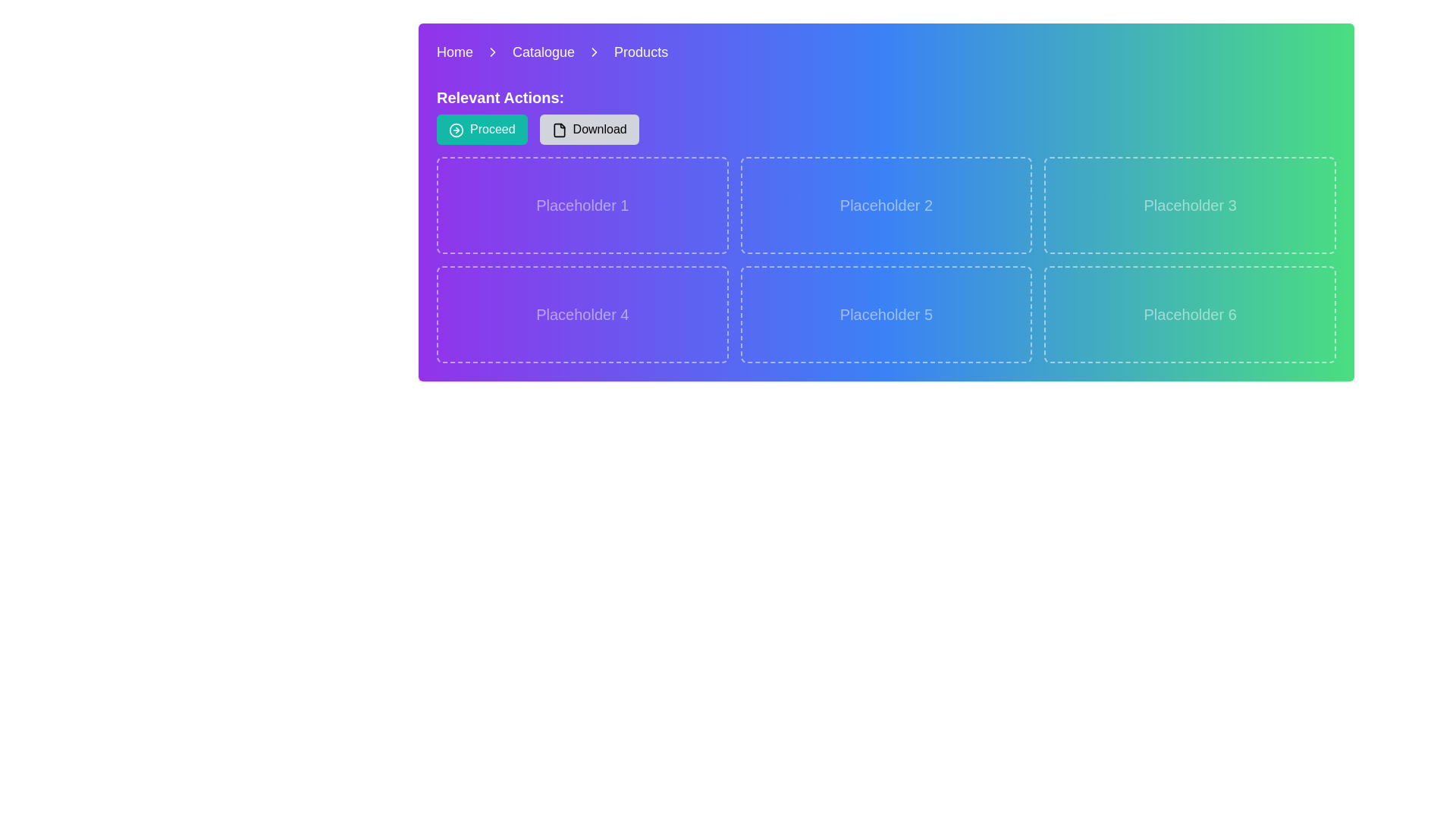 The image size is (1456, 819). Describe the element at coordinates (886, 314) in the screenshot. I see `the fifth placeholder box in the grid layout, located in the second row and second column, which serves as a visual representation for content not yet available` at that location.